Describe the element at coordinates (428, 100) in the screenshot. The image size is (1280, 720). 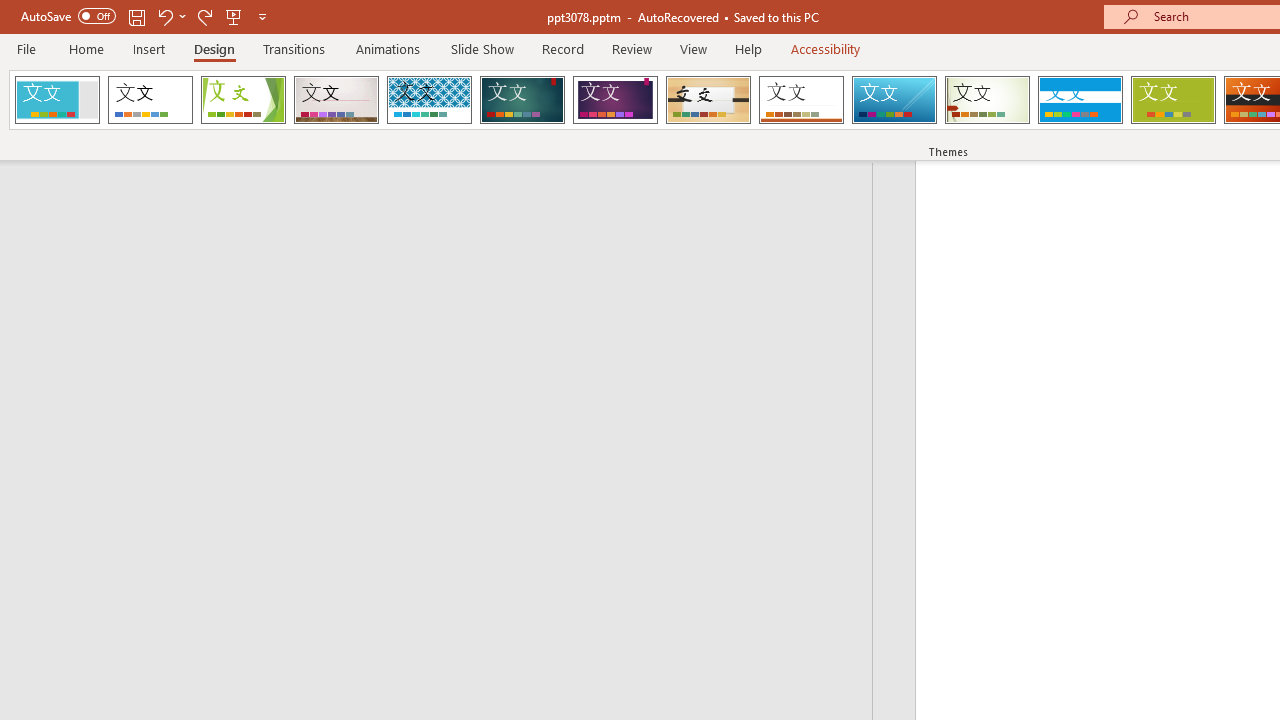
I see `'Integral'` at that location.